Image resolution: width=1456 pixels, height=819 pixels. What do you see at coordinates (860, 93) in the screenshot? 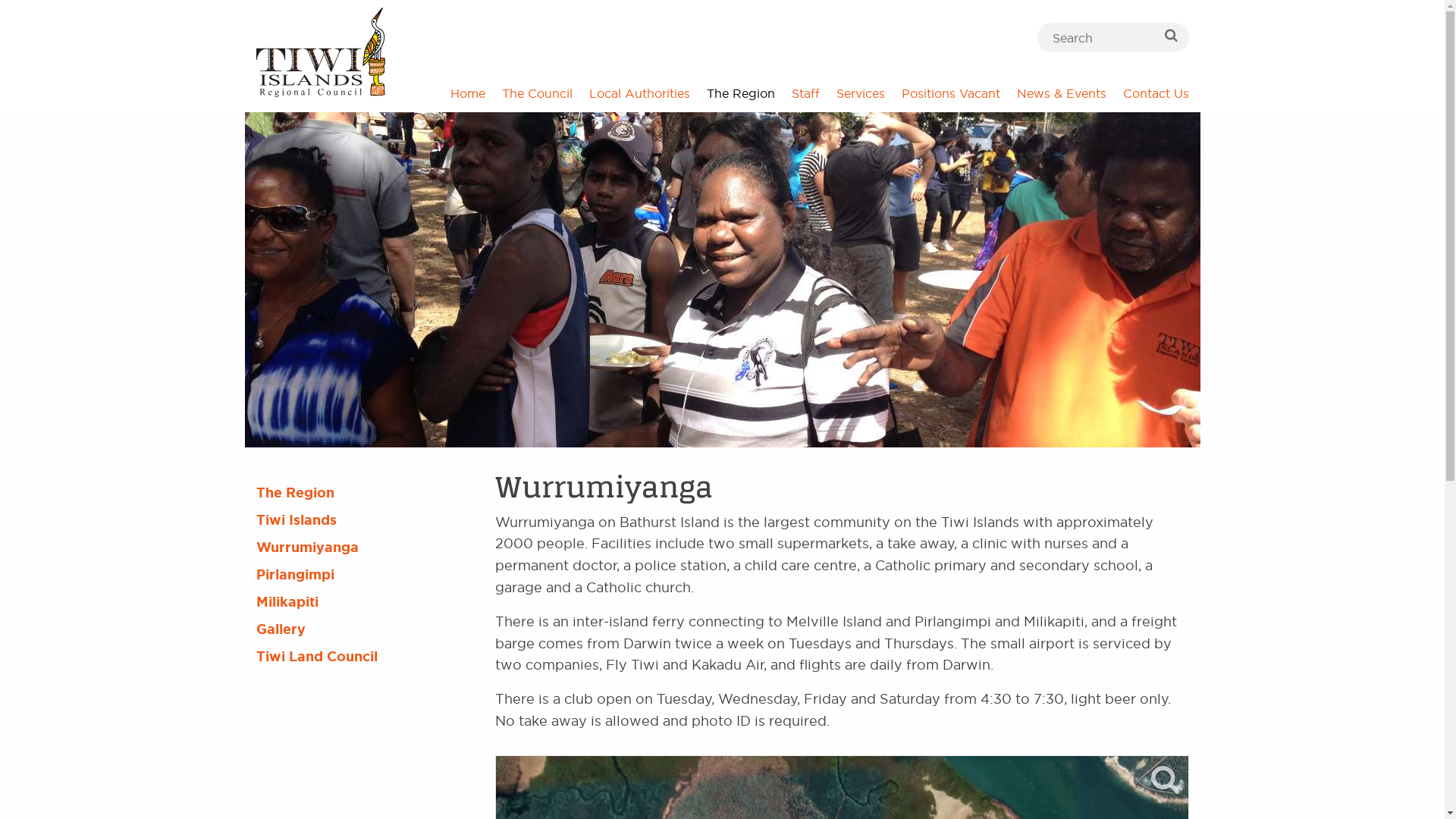
I see `'Services'` at bounding box center [860, 93].